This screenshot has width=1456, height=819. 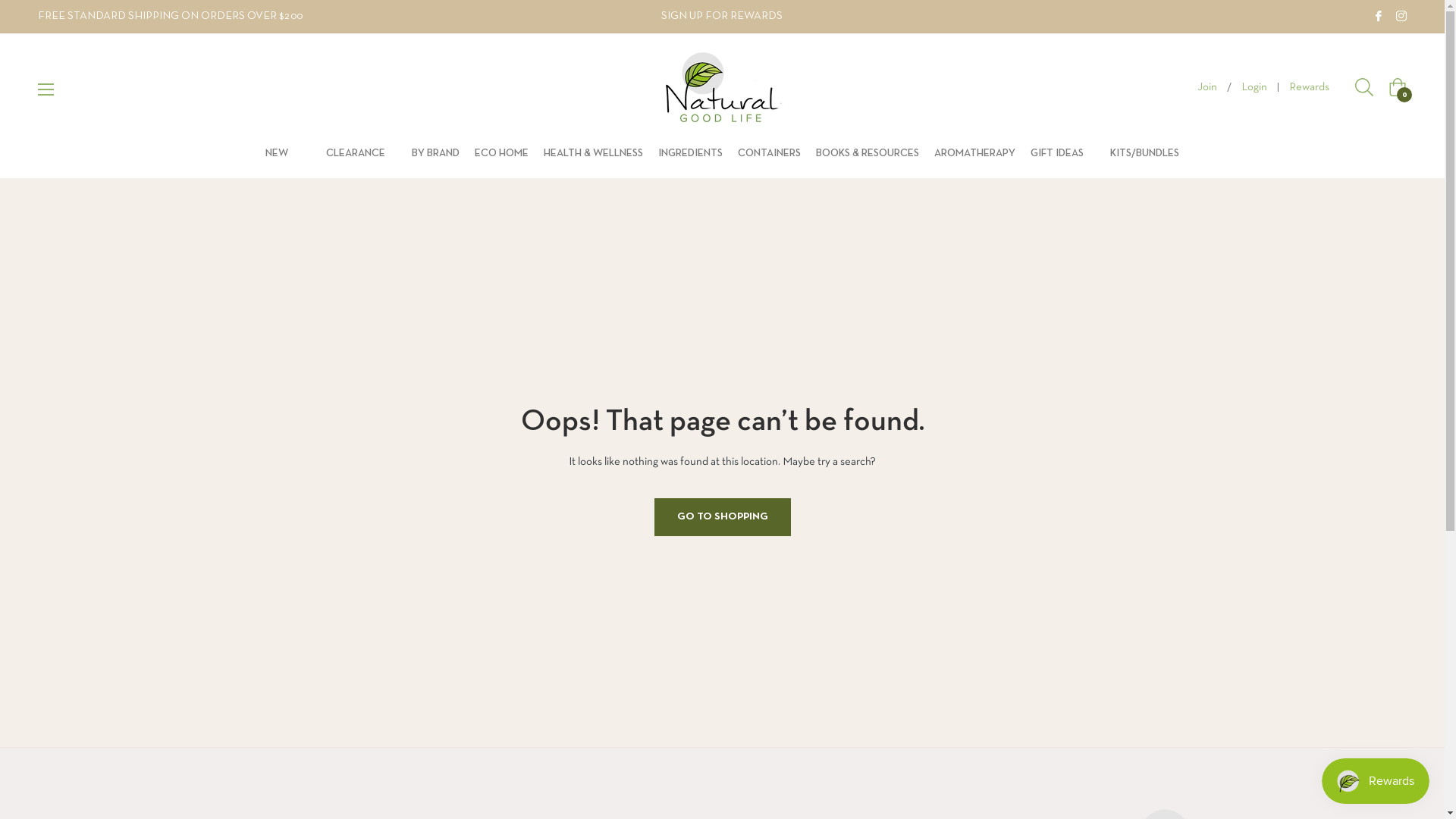 What do you see at coordinates (1144, 153) in the screenshot?
I see `'KITS/BUNDLES'` at bounding box center [1144, 153].